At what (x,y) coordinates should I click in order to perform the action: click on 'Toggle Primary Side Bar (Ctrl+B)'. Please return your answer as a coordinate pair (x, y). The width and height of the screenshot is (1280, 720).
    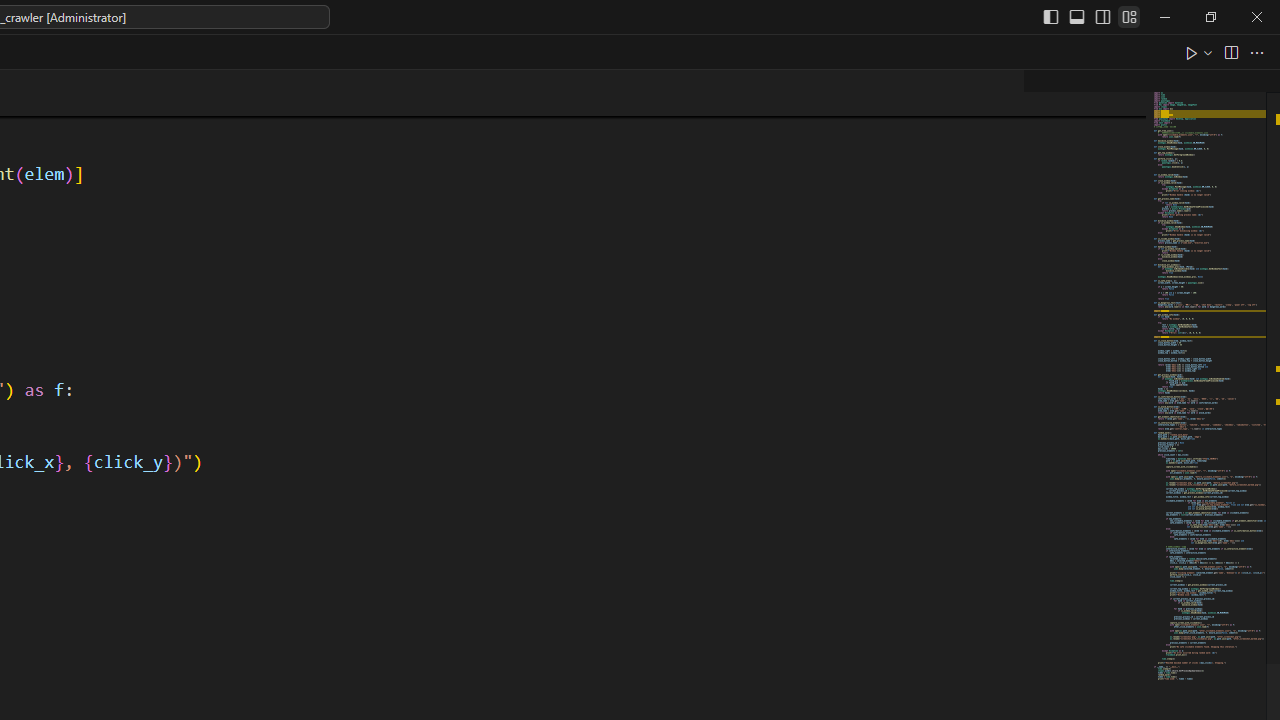
    Looking at the image, I should click on (1049, 16).